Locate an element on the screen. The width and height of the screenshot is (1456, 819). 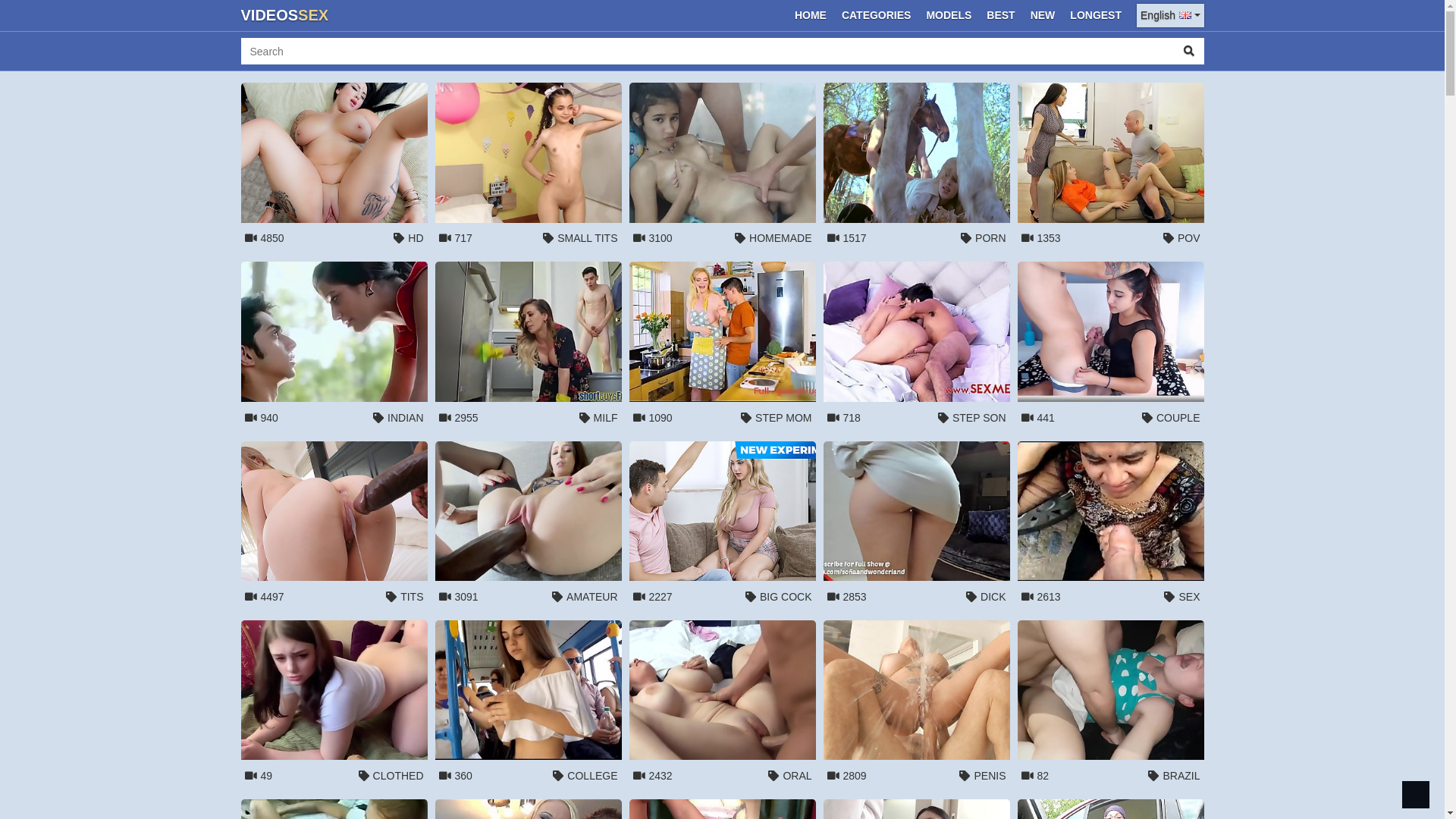
'2809 is located at coordinates (916, 705).